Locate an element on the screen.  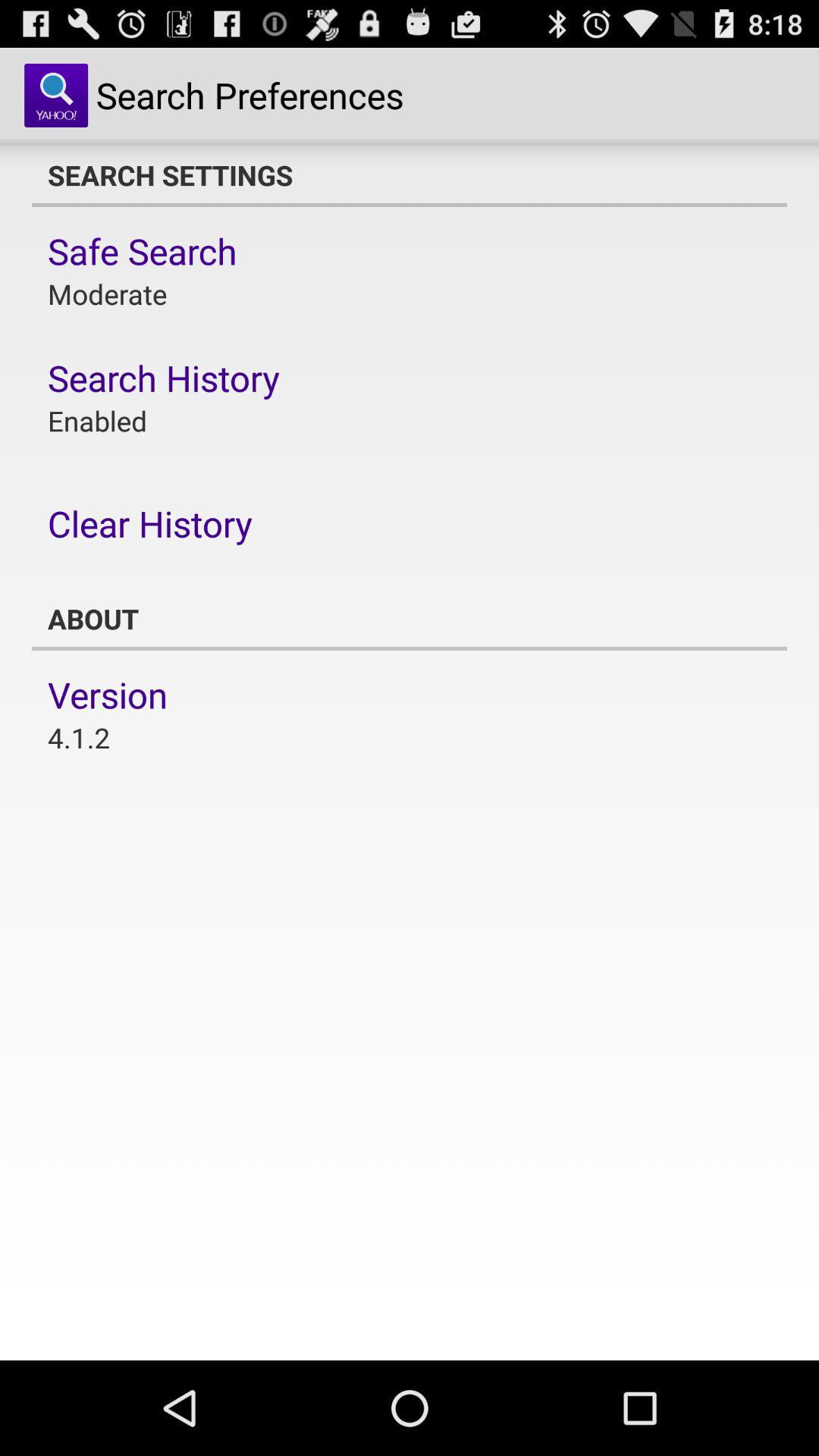
moderate app is located at coordinates (106, 293).